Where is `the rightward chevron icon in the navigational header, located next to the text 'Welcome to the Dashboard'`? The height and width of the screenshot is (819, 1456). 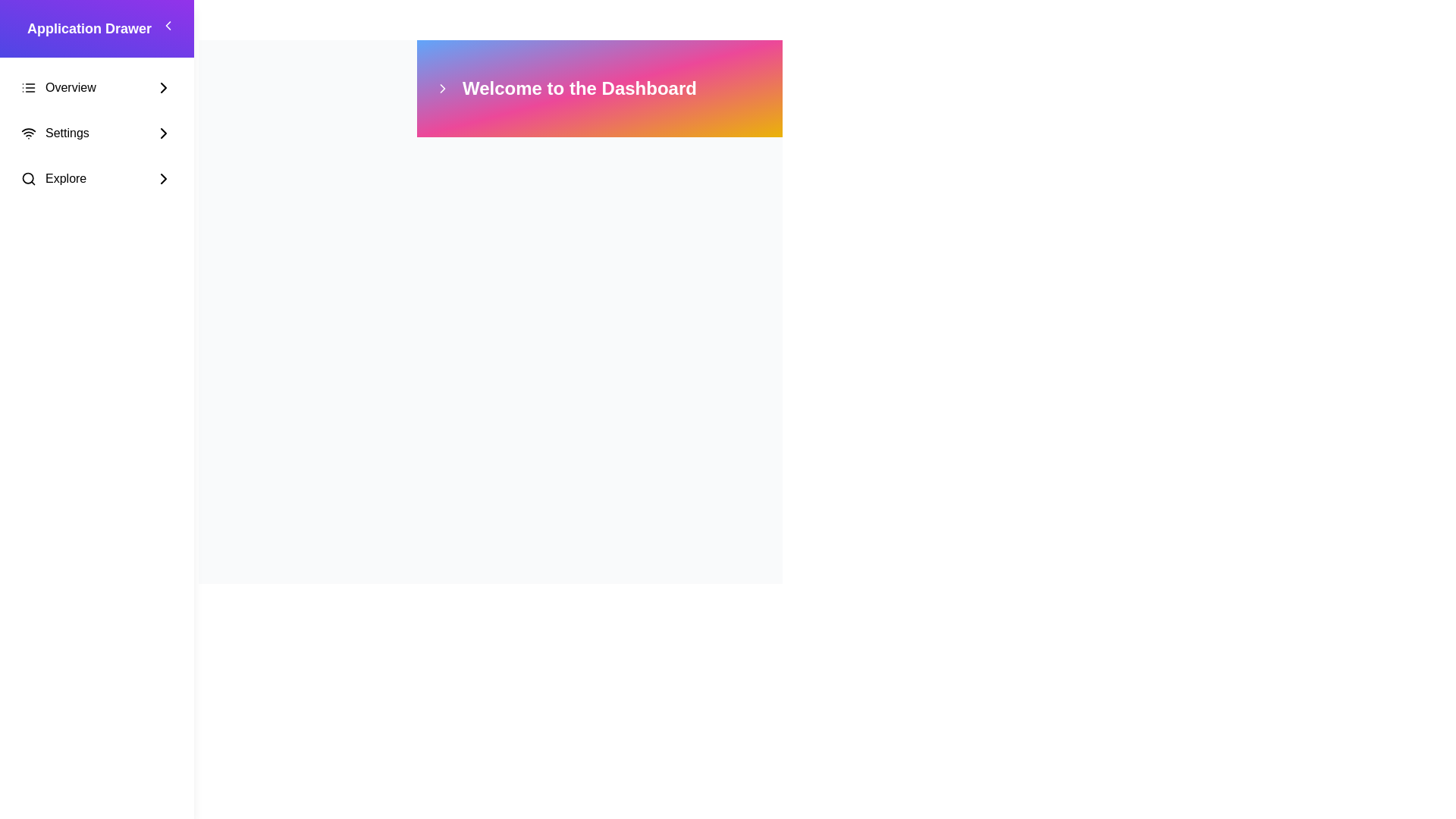
the rightward chevron icon in the navigational header, located next to the text 'Welcome to the Dashboard' is located at coordinates (442, 88).